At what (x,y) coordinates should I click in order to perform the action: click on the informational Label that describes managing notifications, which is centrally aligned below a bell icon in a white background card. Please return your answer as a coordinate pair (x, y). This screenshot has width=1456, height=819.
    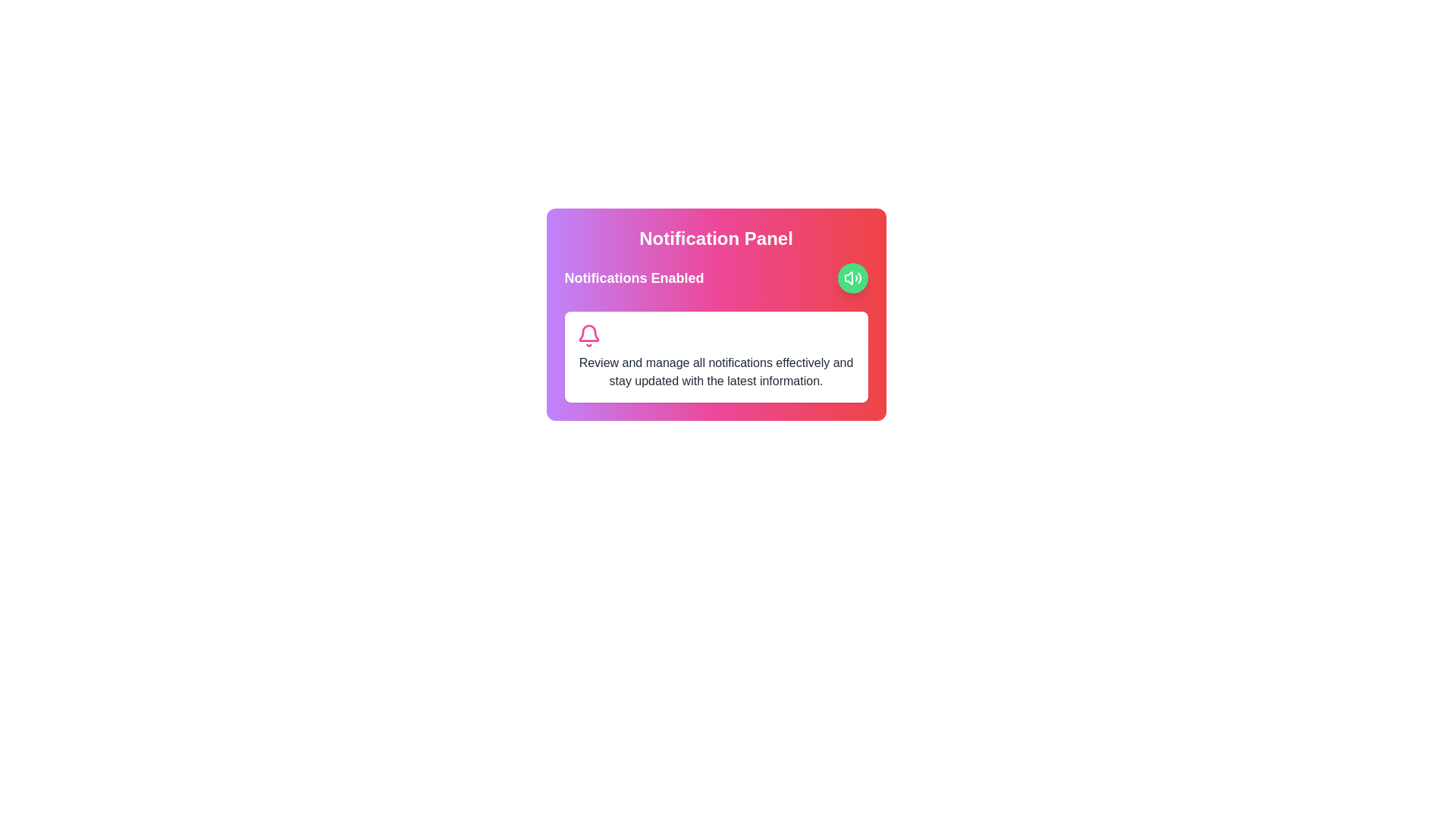
    Looking at the image, I should click on (715, 372).